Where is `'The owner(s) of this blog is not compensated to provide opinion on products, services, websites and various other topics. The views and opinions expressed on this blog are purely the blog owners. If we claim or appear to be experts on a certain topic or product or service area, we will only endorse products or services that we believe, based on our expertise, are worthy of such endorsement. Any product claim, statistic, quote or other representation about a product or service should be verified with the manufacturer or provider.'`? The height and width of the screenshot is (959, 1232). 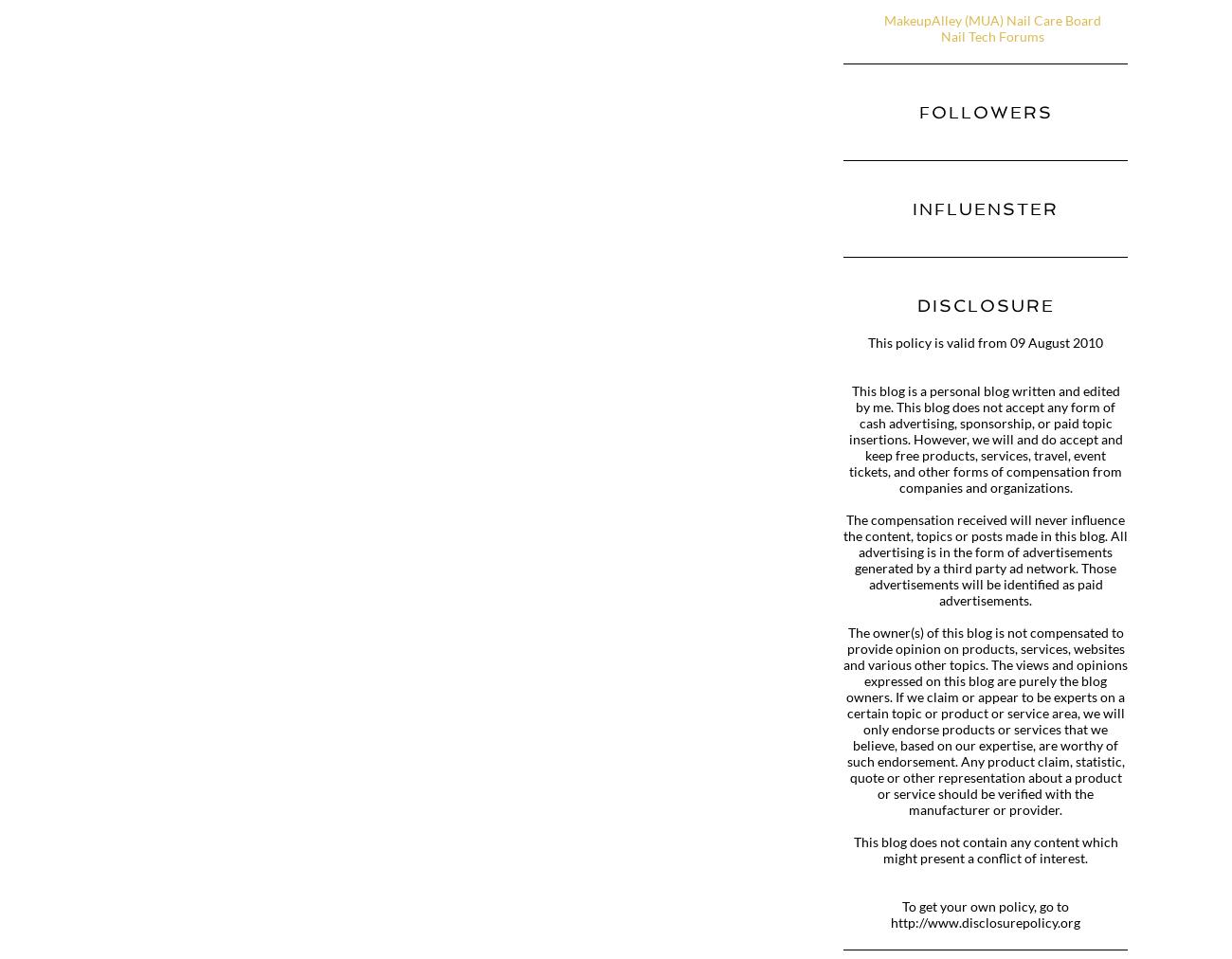 'The owner(s) of this blog is not compensated to provide opinion on products, services, websites and various other topics. The views and opinions expressed on this blog are purely the blog owners. If we claim or appear to be experts on a certain topic or product or service area, we will only endorse products or services that we believe, based on our expertise, are worthy of such endorsement. Any product claim, statistic, quote or other representation about a product or service should be verified with the manufacturer or provider.' is located at coordinates (986, 720).